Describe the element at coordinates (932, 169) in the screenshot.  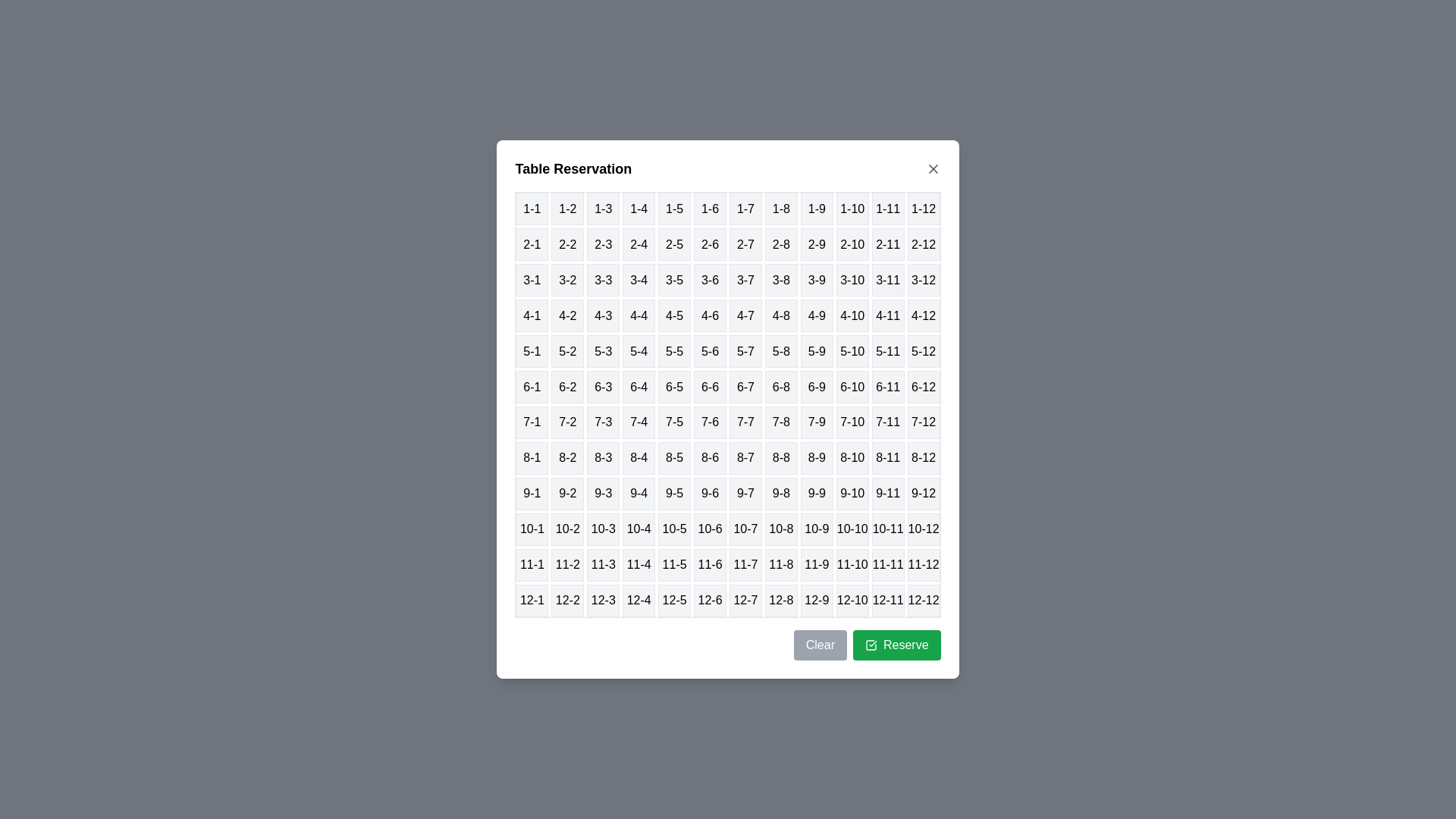
I see `close button in the top-right corner of the dialog` at that location.